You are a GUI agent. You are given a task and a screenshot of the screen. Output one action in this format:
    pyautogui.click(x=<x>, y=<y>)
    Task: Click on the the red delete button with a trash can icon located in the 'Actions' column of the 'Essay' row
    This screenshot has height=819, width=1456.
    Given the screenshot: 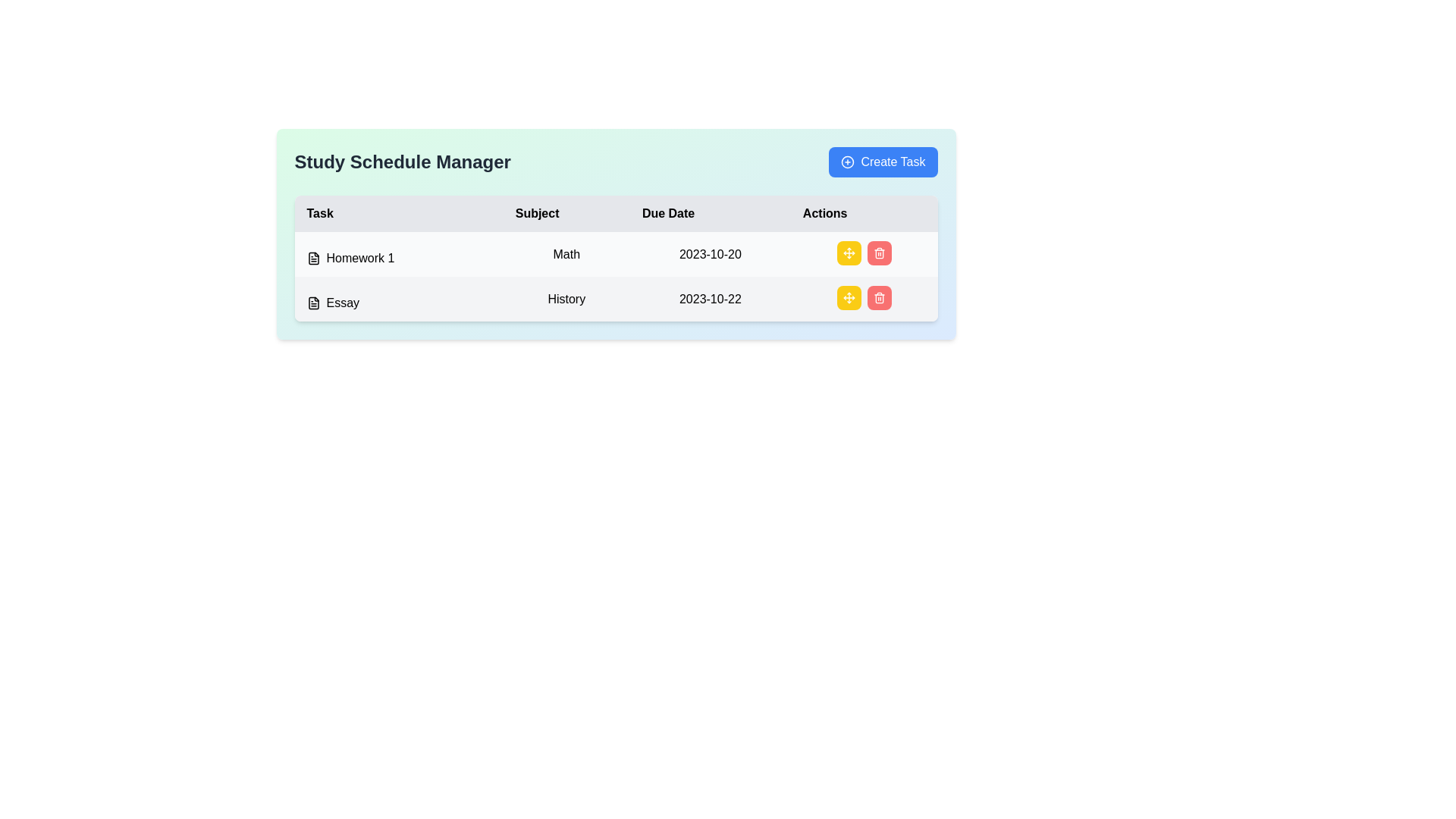 What is the action you would take?
    pyautogui.click(x=879, y=298)
    